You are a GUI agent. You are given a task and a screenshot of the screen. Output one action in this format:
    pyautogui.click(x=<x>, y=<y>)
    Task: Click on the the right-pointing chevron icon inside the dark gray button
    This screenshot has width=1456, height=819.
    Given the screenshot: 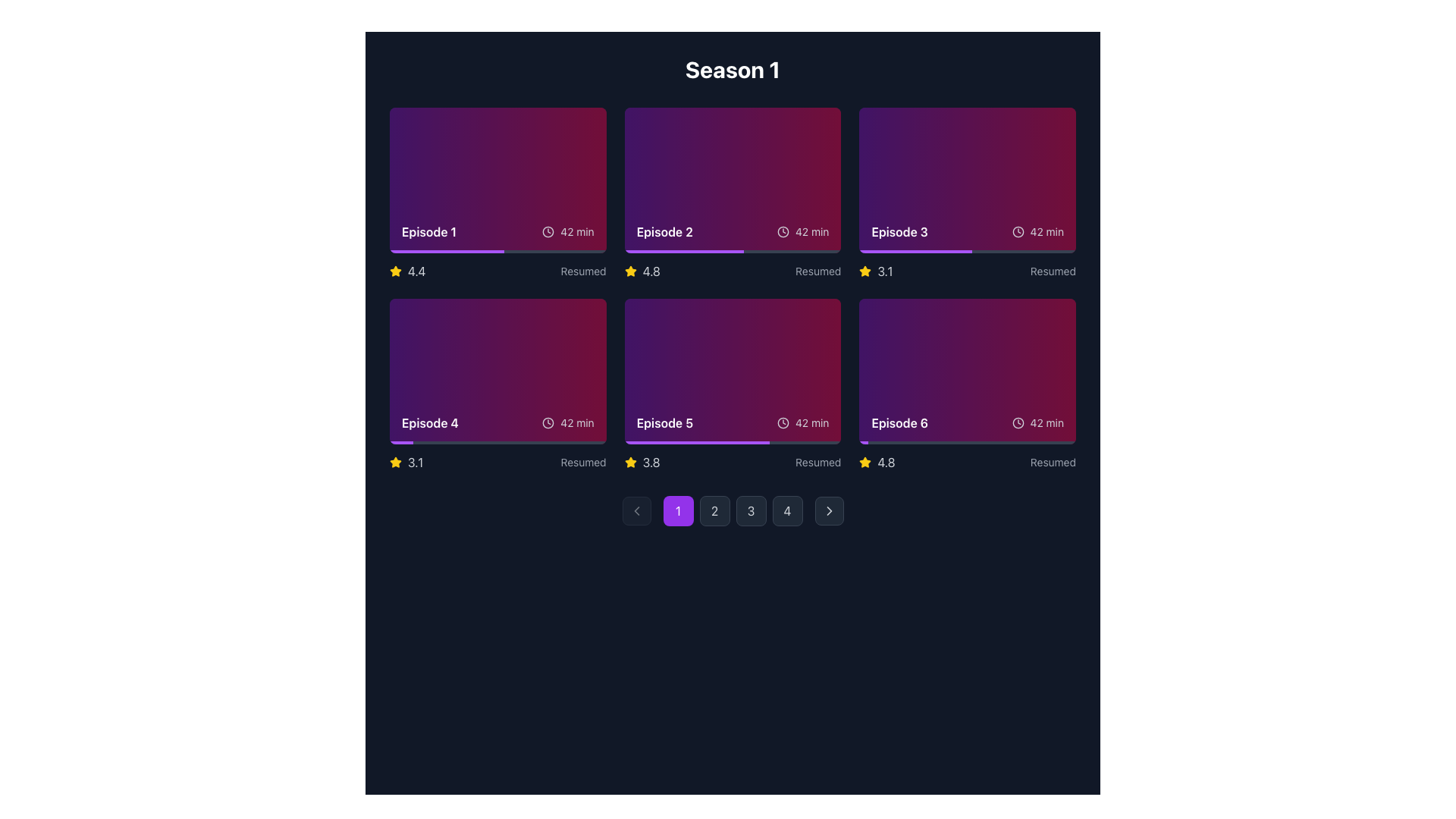 What is the action you would take?
    pyautogui.click(x=828, y=511)
    